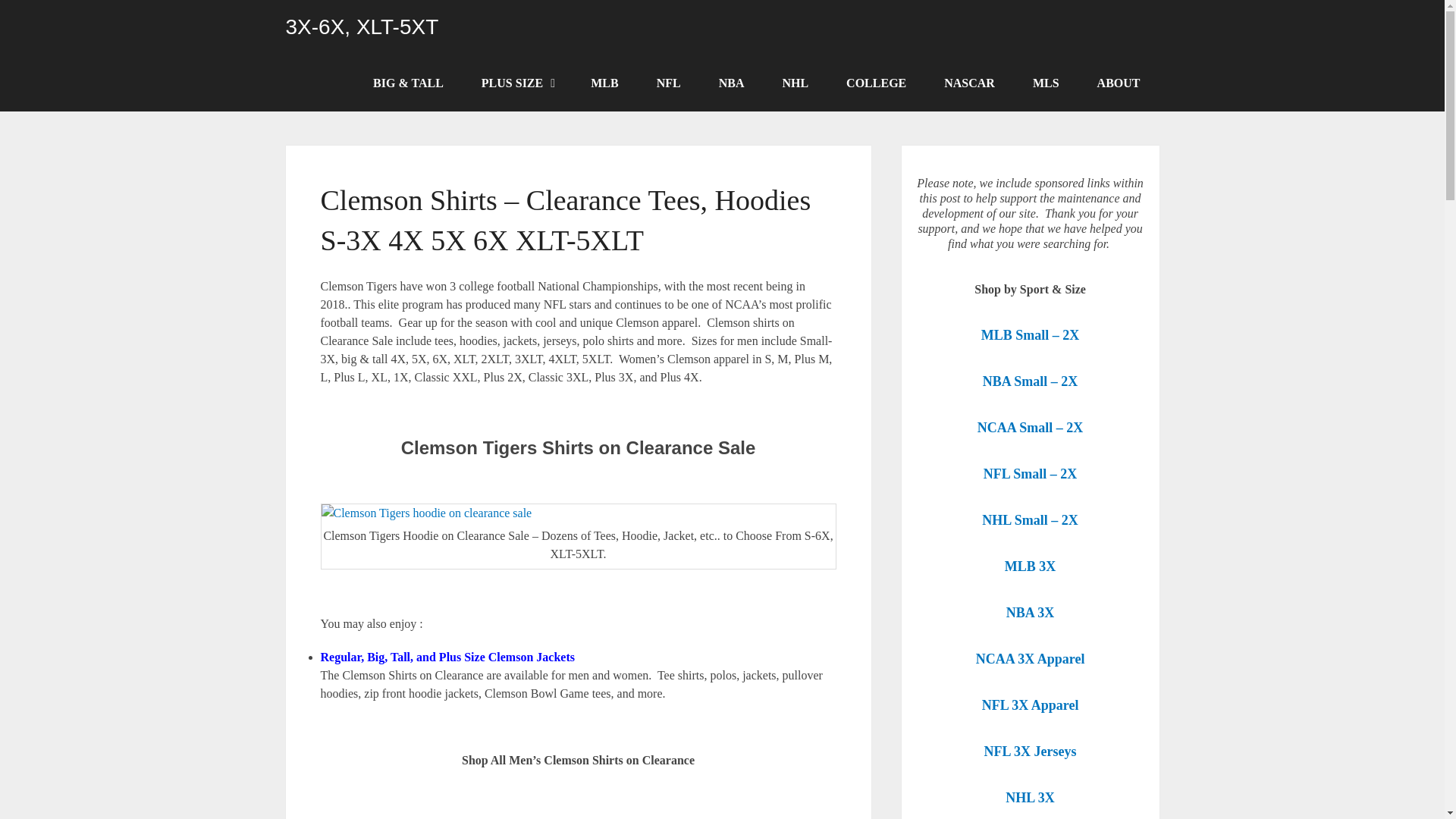 Image resolution: width=1456 pixels, height=819 pixels. Describe the element at coordinates (1030, 752) in the screenshot. I see `'NFL 3X Jerseys'` at that location.